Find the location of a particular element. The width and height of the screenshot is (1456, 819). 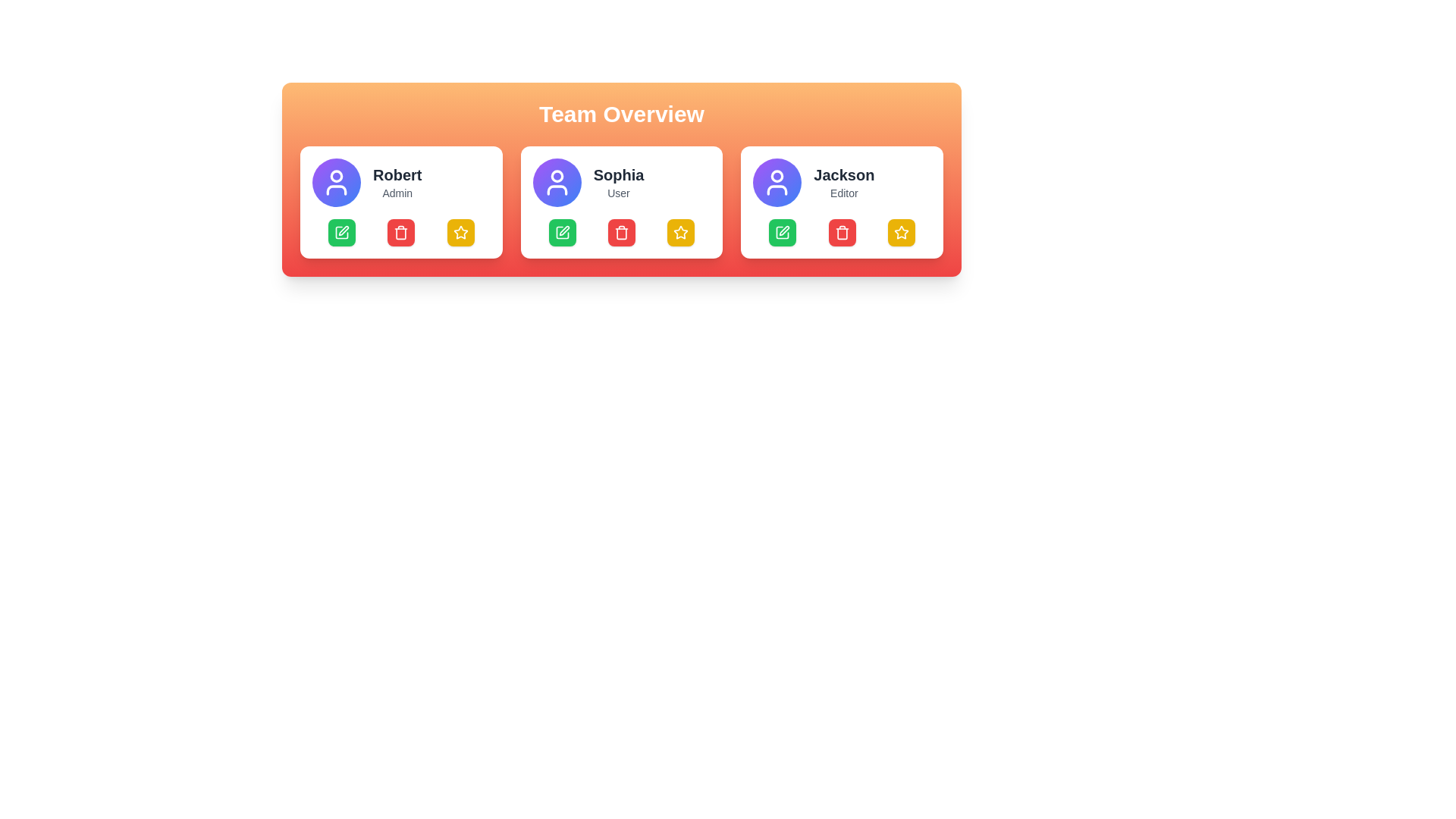

the SVG Circle that represents the head of the user icon for 'Robert', an Admin, located in the leftmost card of the horizontal team overview layout is located at coordinates (336, 174).